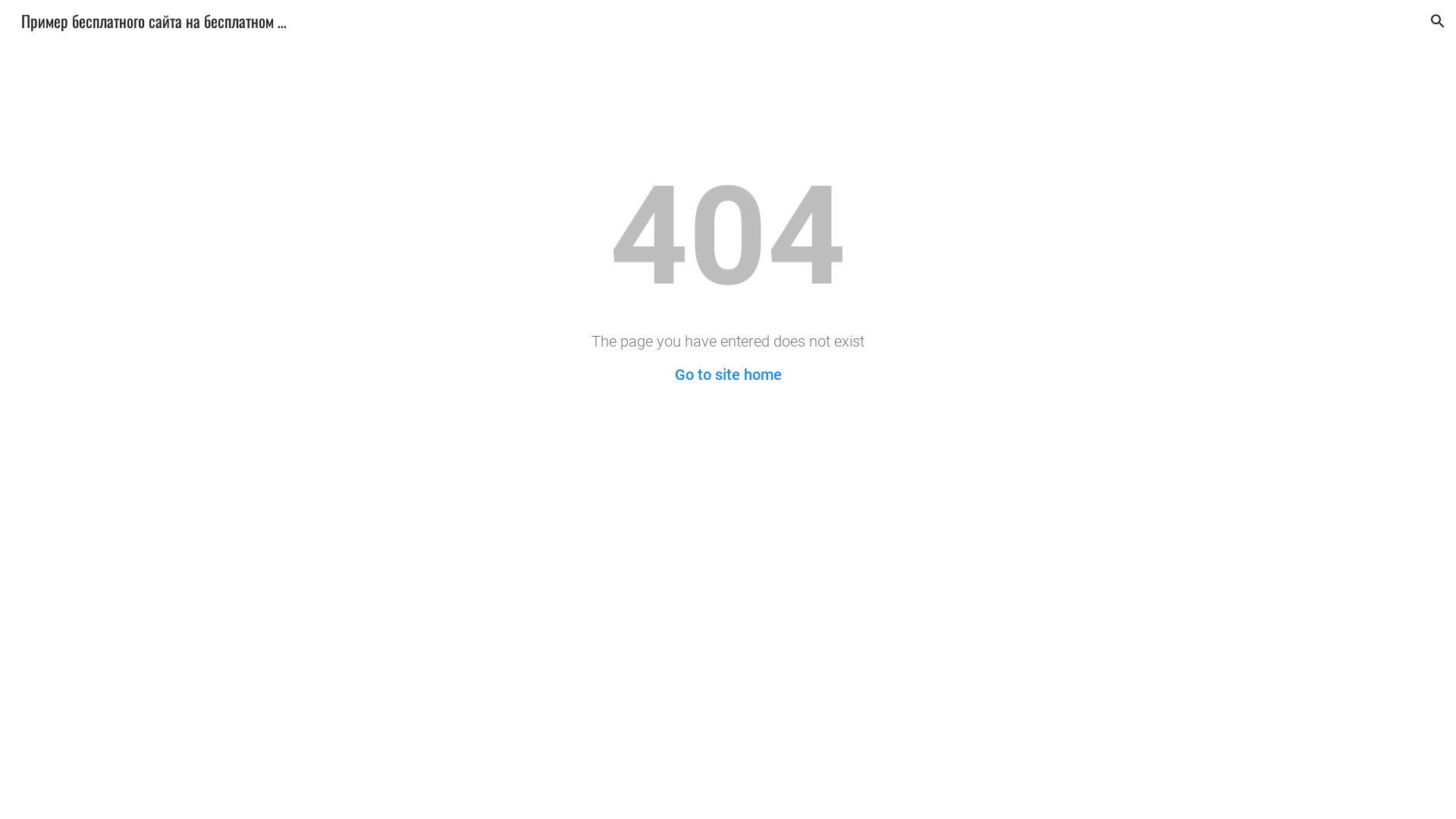 This screenshot has height=819, width=1456. What do you see at coordinates (728, 374) in the screenshot?
I see `'Go to site home'` at bounding box center [728, 374].